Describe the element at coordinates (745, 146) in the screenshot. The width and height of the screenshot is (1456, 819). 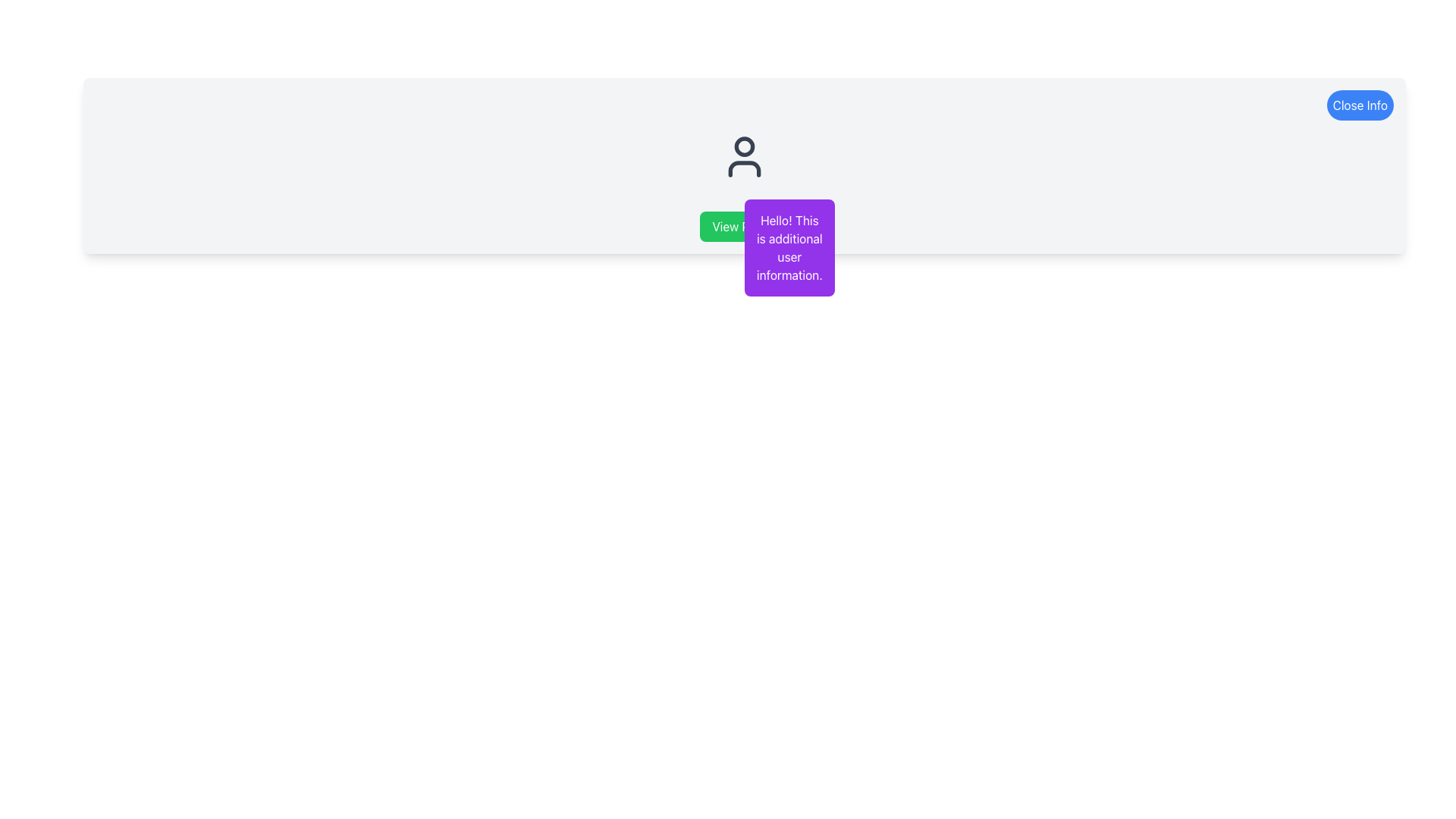
I see `the decorative circular graphical element that is centrally placed within the user icon's outline, positioned above the shoulders arc` at that location.